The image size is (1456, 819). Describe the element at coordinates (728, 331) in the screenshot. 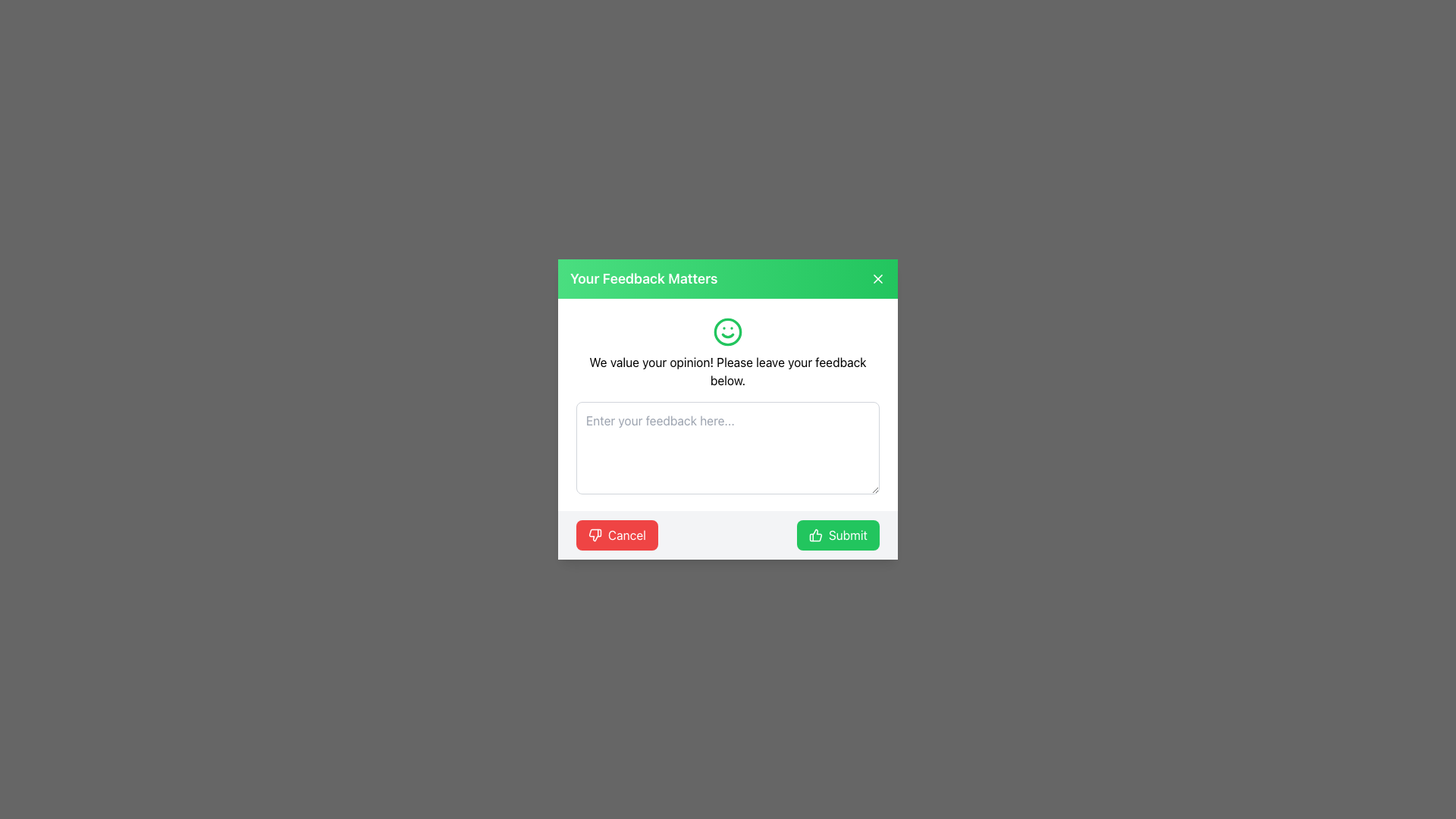

I see `the decorative icon representing positive sentiment located at the top-center of the feedback dialog box, above the text 'We value your opinion! Please leave your feedback below.'` at that location.